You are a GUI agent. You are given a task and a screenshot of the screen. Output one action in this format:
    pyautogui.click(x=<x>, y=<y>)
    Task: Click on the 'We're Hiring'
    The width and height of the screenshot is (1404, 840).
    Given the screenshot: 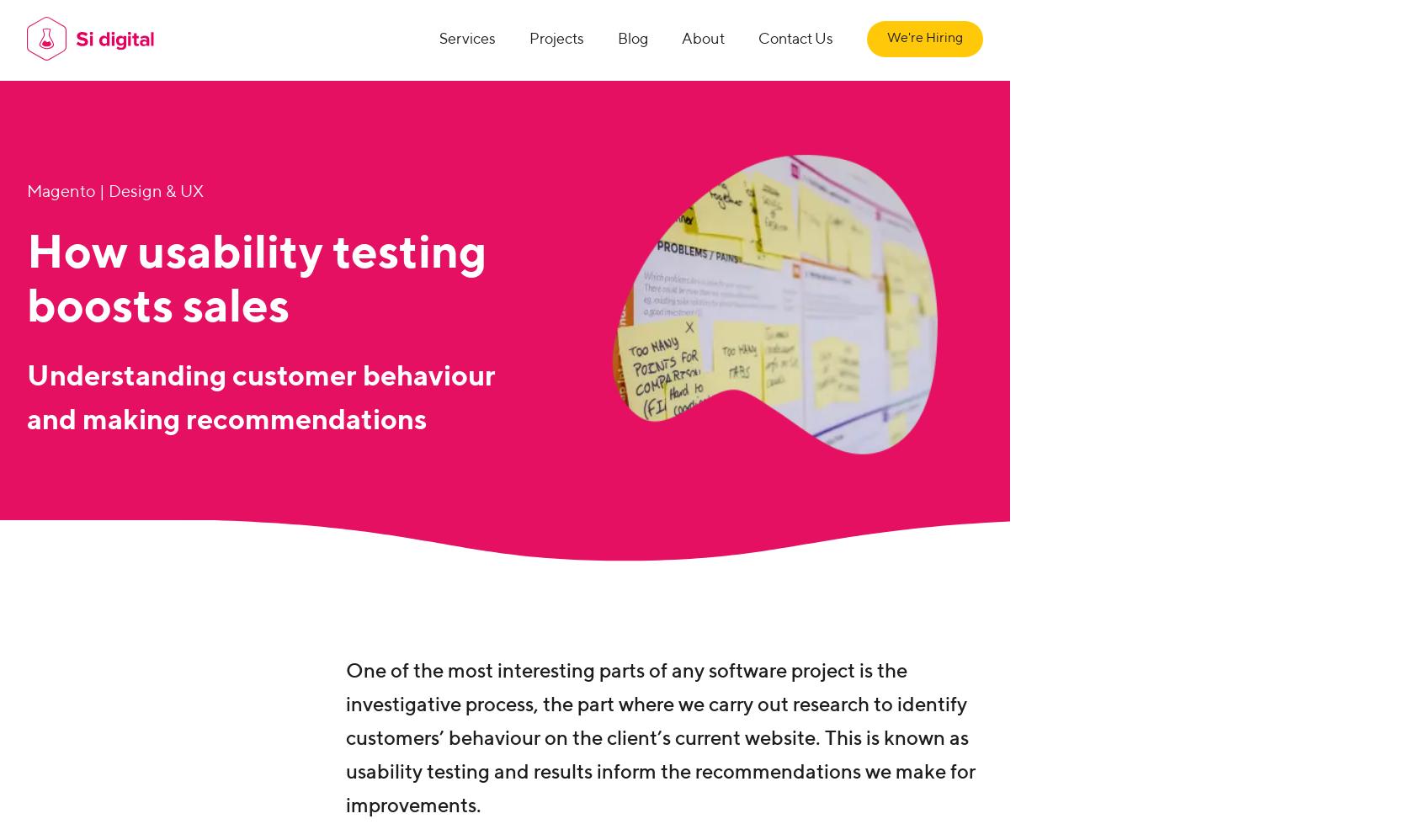 What is the action you would take?
    pyautogui.click(x=886, y=38)
    